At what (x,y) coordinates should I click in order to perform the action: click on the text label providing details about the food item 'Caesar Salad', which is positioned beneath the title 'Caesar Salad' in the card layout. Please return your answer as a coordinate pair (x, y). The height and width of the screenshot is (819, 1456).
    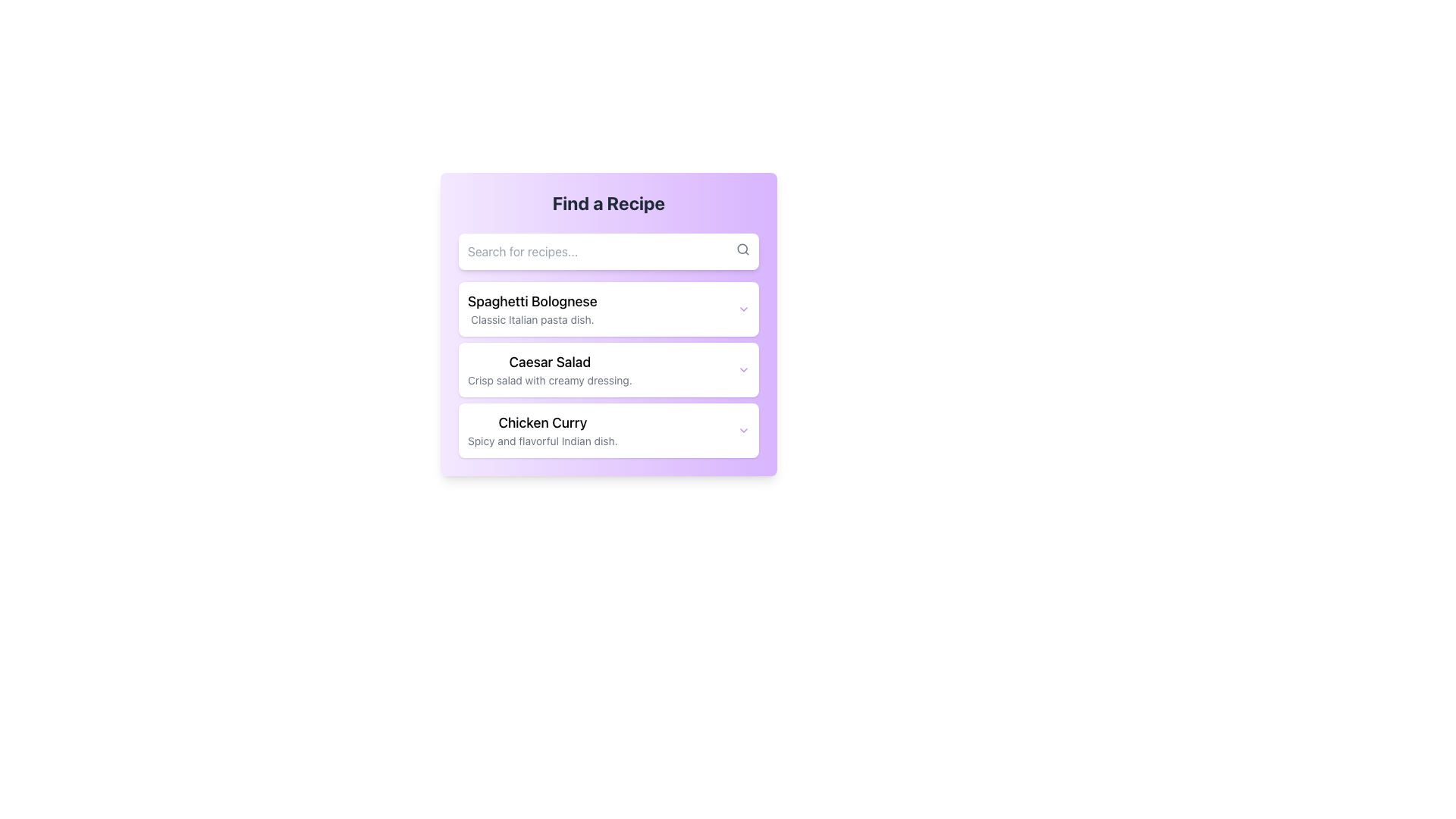
    Looking at the image, I should click on (549, 379).